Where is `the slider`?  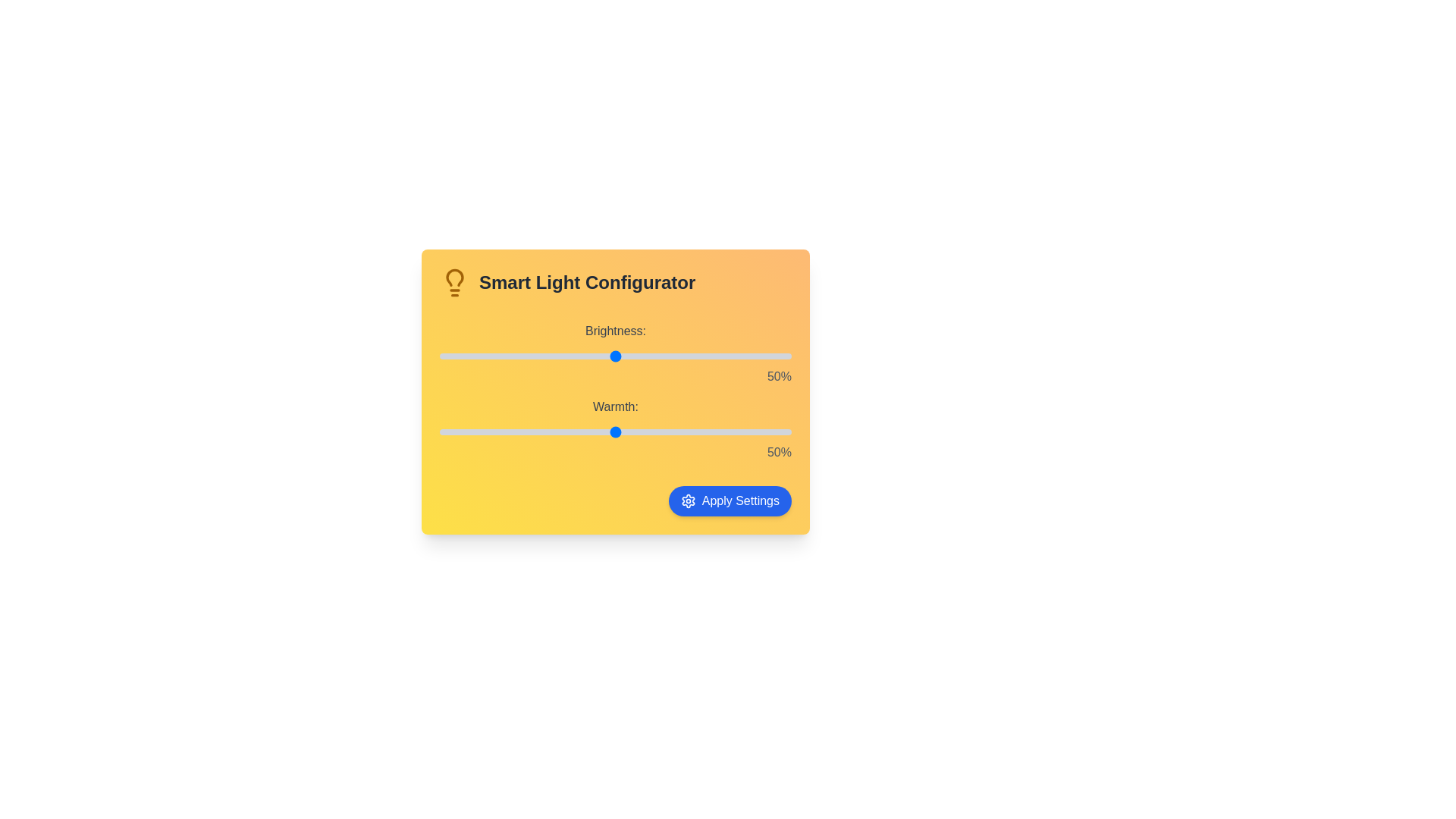 the slider is located at coordinates (749, 432).